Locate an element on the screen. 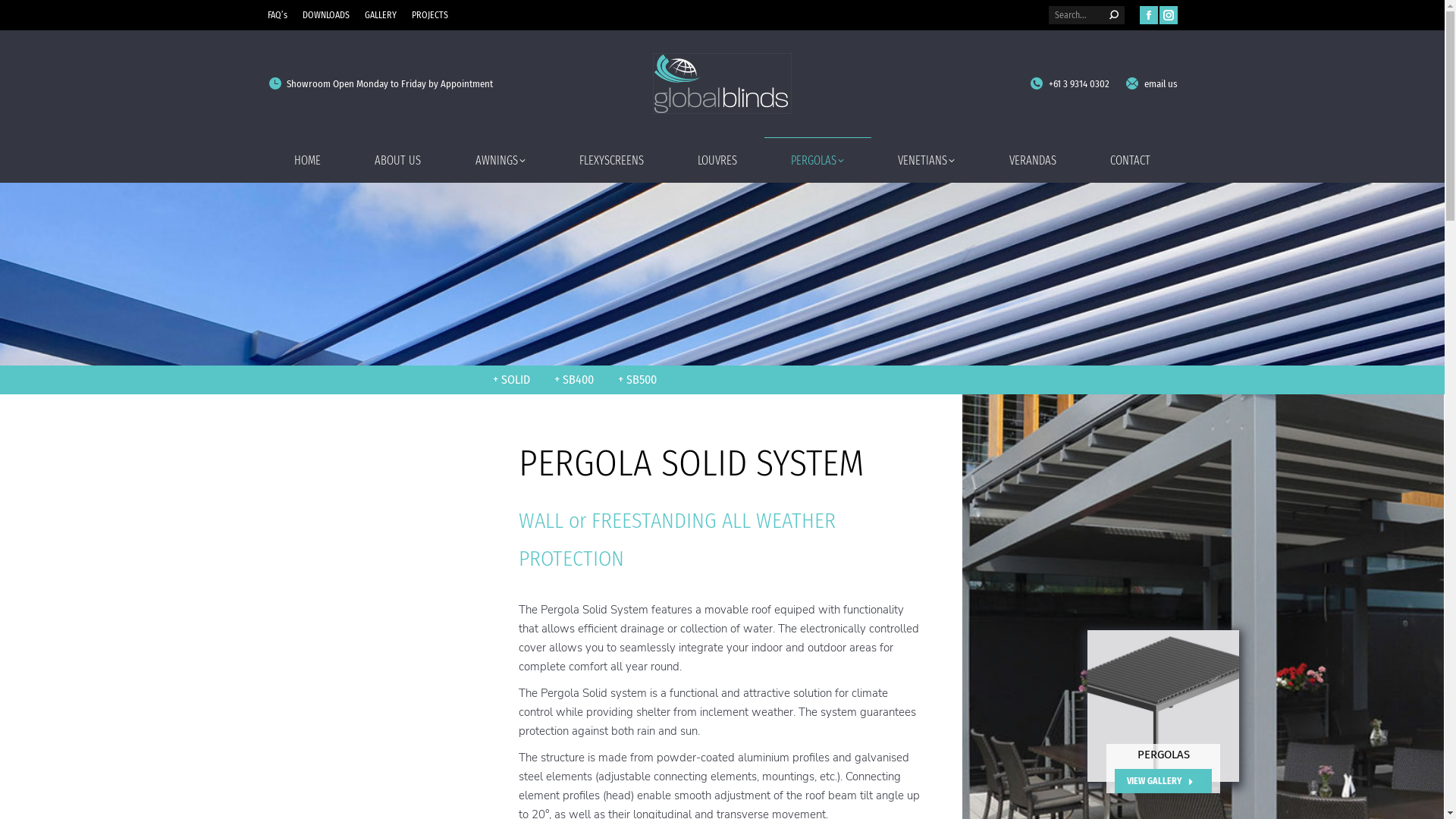  '+ SB500' is located at coordinates (637, 379).